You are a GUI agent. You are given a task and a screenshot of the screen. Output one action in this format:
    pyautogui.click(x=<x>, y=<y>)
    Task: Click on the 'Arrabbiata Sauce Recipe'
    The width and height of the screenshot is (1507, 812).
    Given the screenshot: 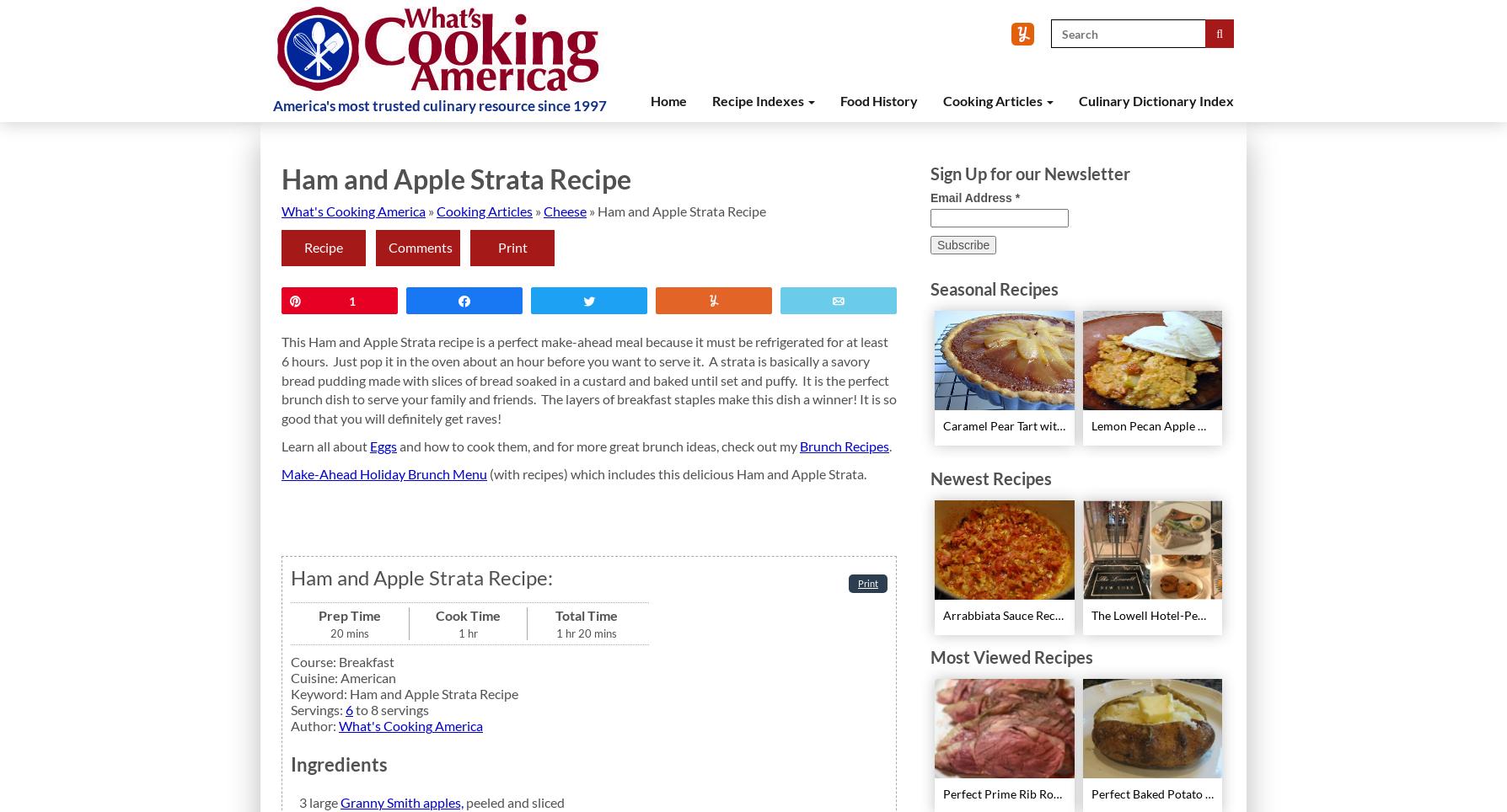 What is the action you would take?
    pyautogui.click(x=1006, y=614)
    